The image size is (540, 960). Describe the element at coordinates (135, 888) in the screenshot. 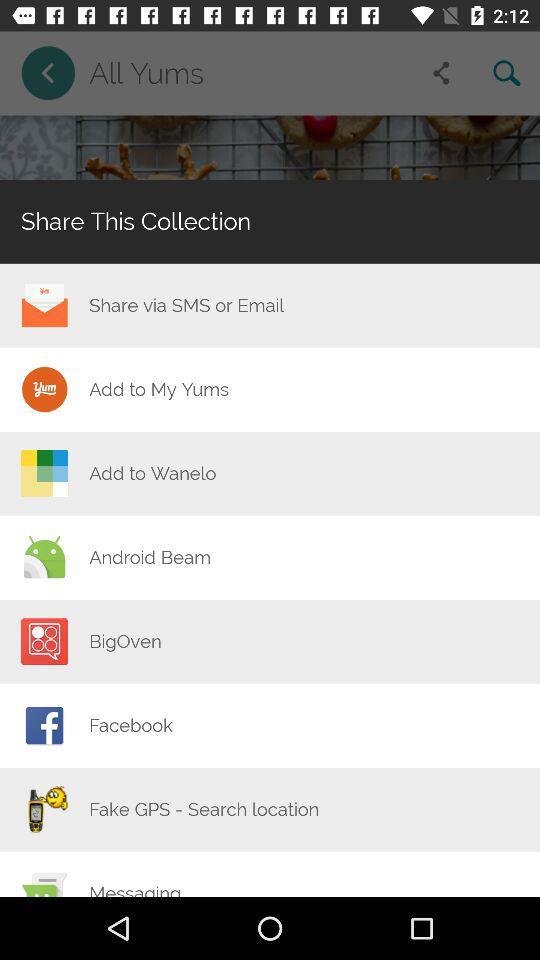

I see `the item below the fake gps search item` at that location.